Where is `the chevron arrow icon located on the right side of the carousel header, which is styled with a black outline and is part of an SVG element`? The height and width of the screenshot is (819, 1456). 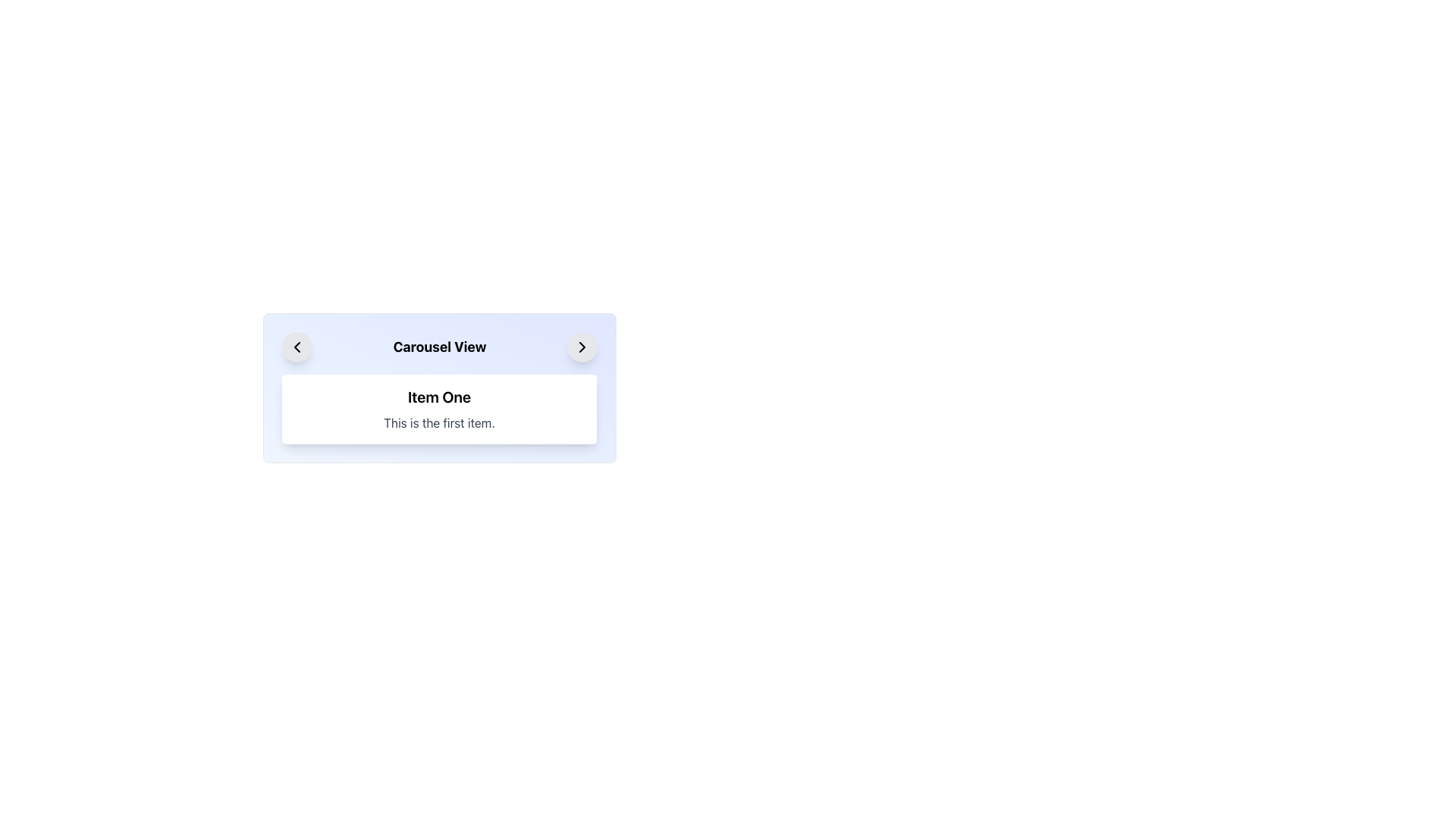
the chevron arrow icon located on the right side of the carousel header, which is styled with a black outline and is part of an SVG element is located at coordinates (582, 347).